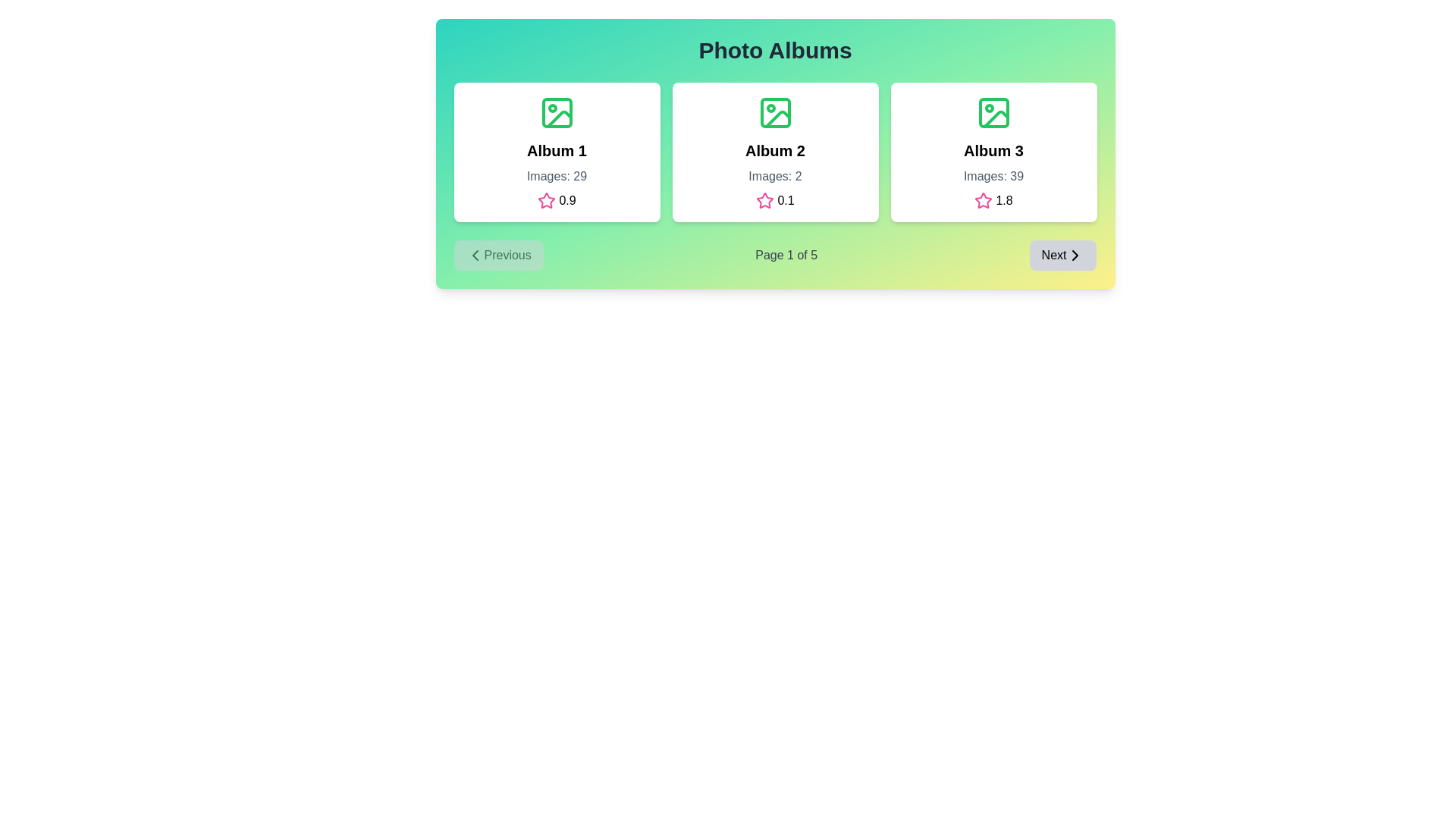  What do you see at coordinates (474, 254) in the screenshot?
I see `the 'Previous' button that contains the left-pointing chevron navigation arrow SVG component` at bounding box center [474, 254].